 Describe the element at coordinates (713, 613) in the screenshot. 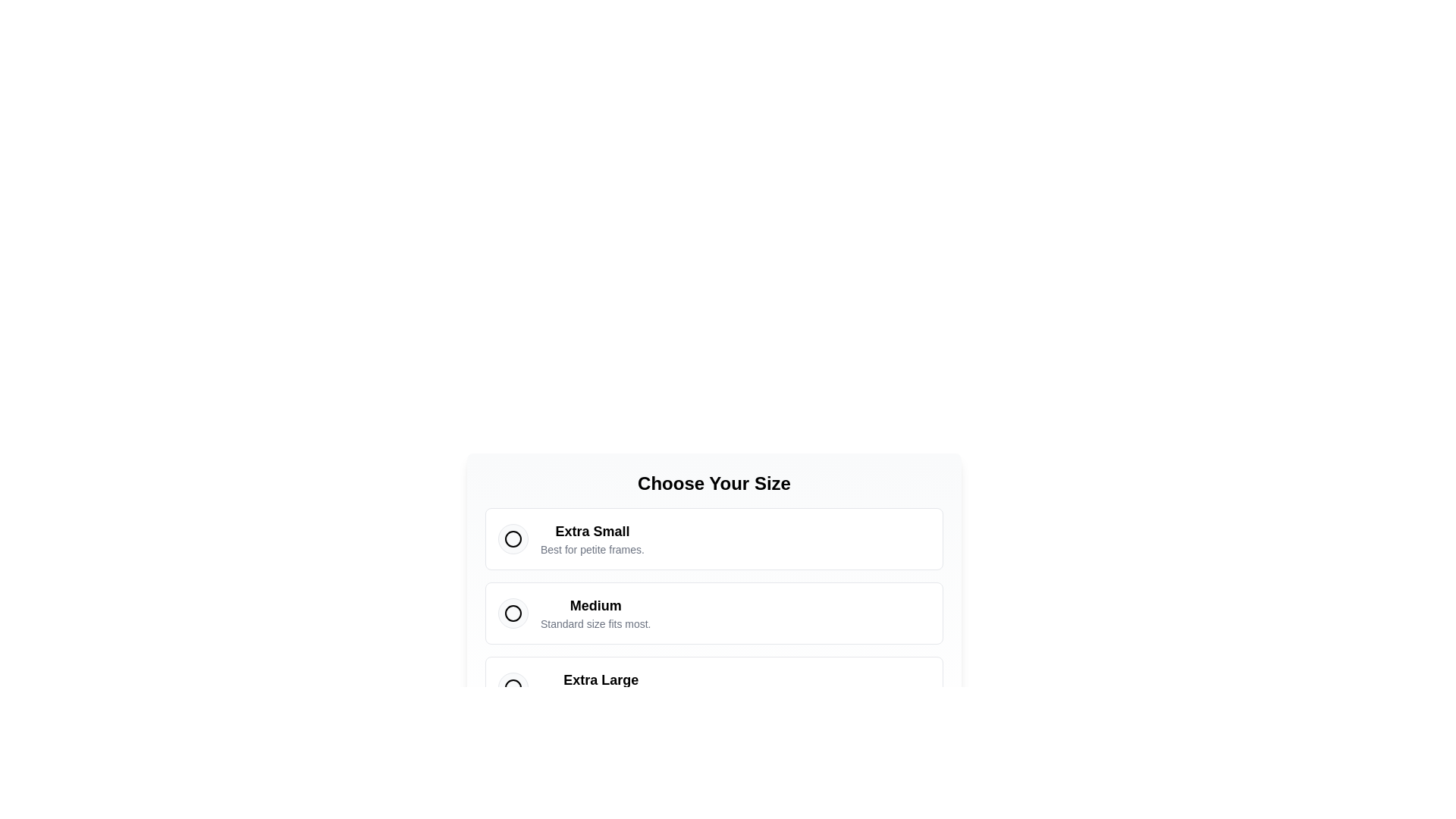

I see `the 'Medium' size option in the 'Choose Your Size' card` at that location.